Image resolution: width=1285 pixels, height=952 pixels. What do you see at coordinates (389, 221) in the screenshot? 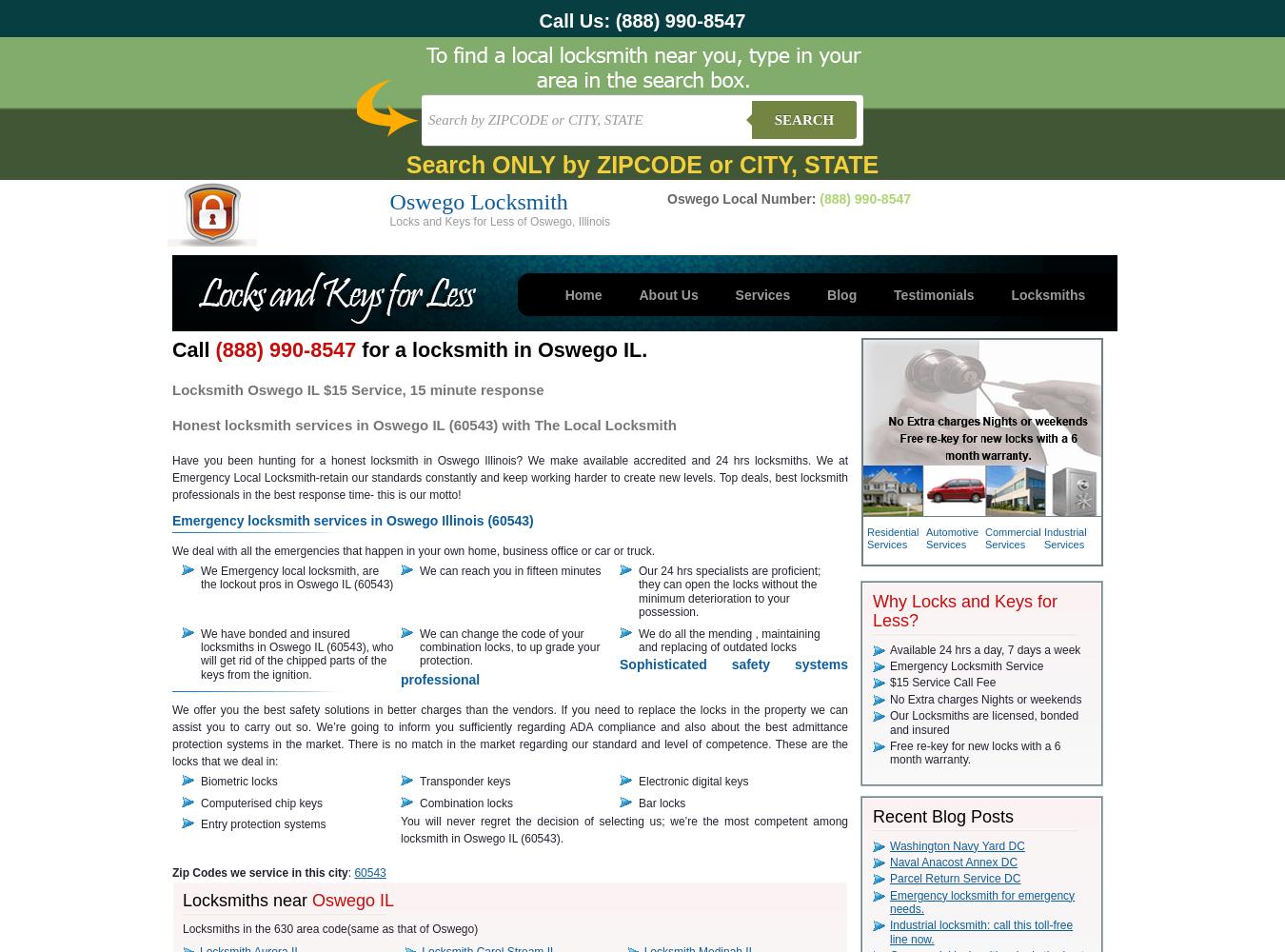
I see `'Locks and Keys for Less of Oswego, Illinois'` at bounding box center [389, 221].